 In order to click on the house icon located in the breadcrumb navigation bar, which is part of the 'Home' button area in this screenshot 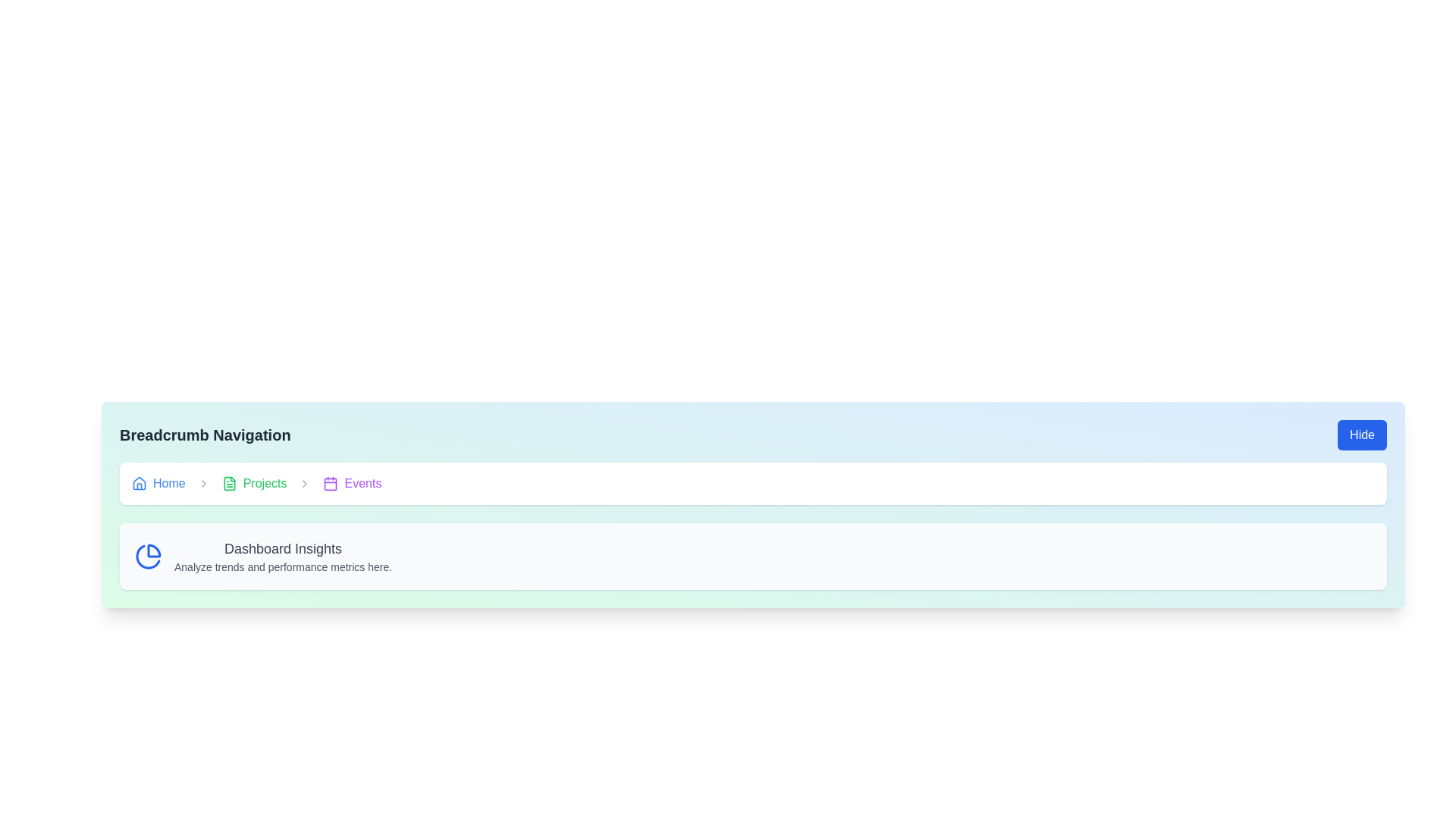, I will do `click(139, 482)`.